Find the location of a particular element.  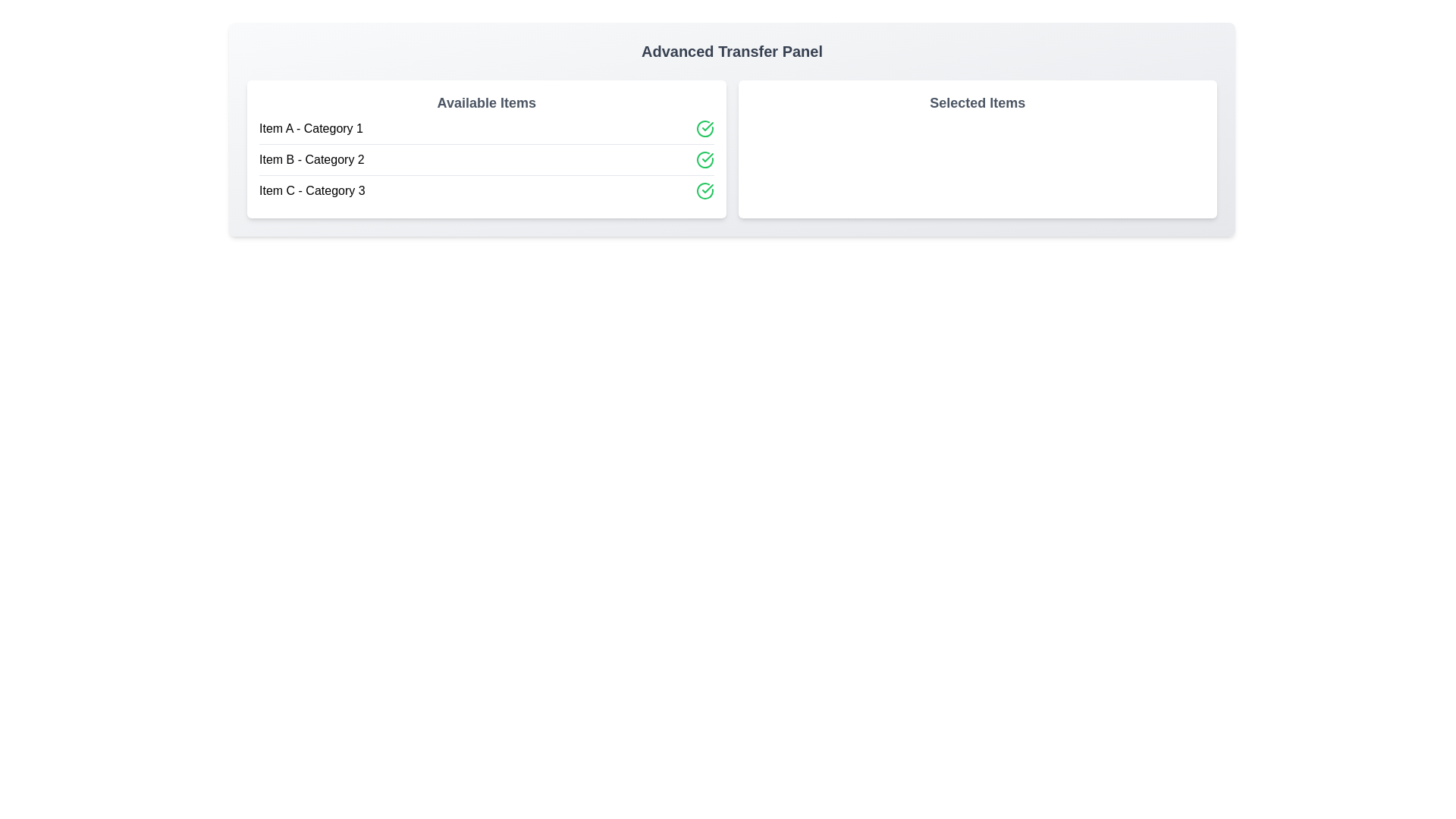

the visual feedback of the status icon with a checkmark located at the far right of the row labeled 'Item C - Category 3' in the 'Available Items' section is located at coordinates (704, 190).